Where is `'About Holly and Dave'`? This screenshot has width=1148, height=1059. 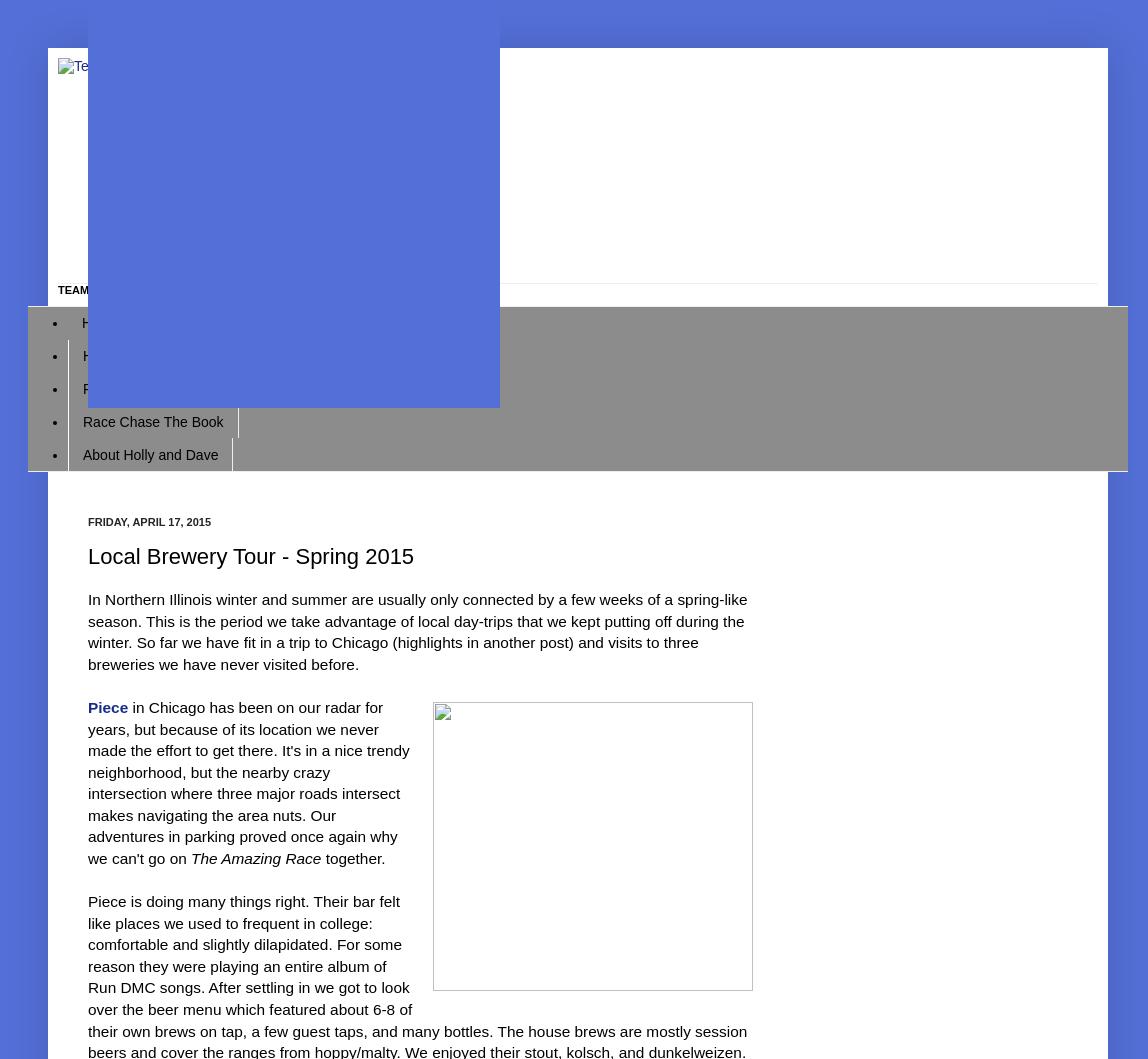 'About Holly and Dave' is located at coordinates (83, 453).